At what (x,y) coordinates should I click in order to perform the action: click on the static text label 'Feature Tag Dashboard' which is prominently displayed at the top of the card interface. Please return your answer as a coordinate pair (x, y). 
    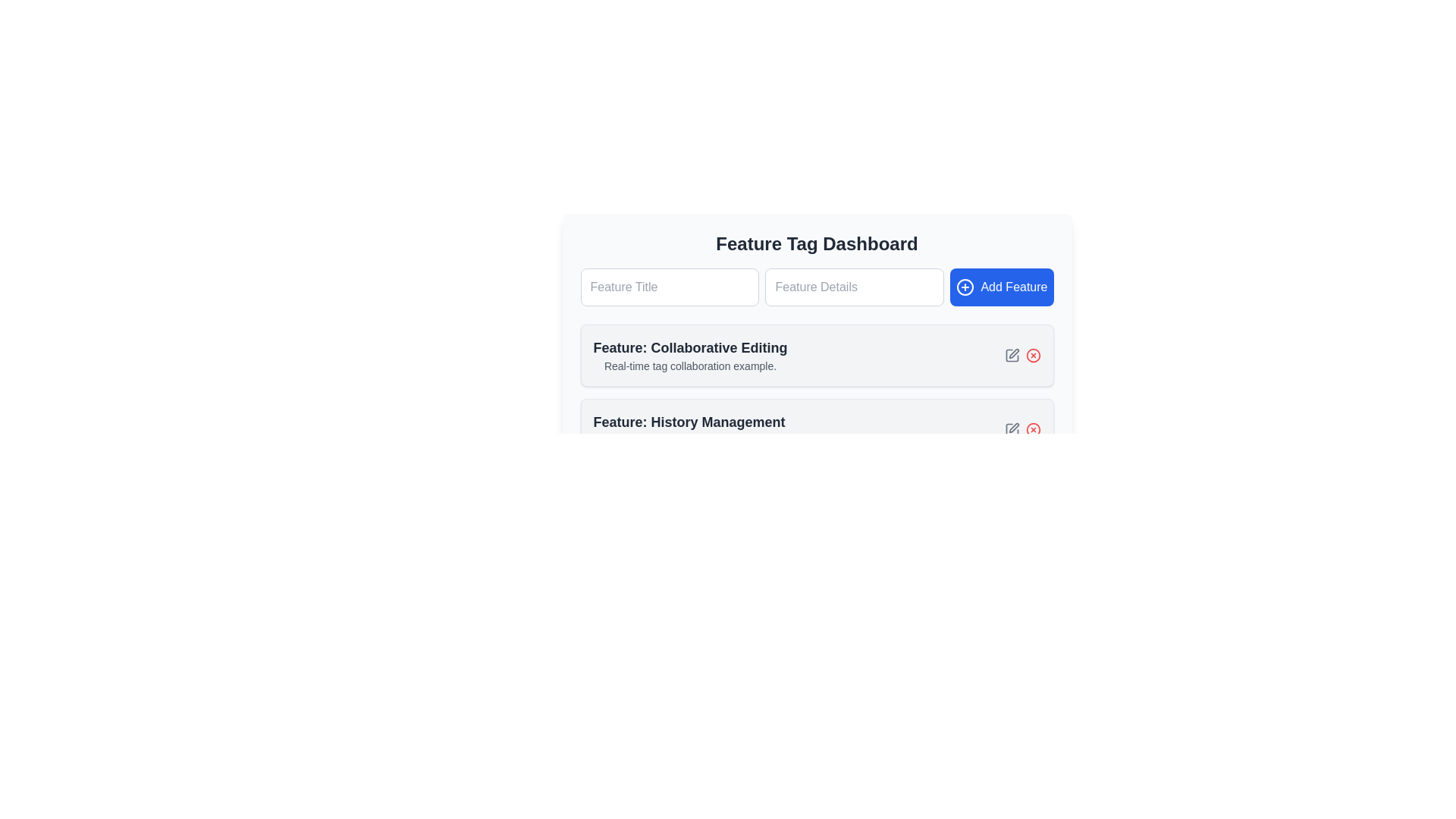
    Looking at the image, I should click on (816, 243).